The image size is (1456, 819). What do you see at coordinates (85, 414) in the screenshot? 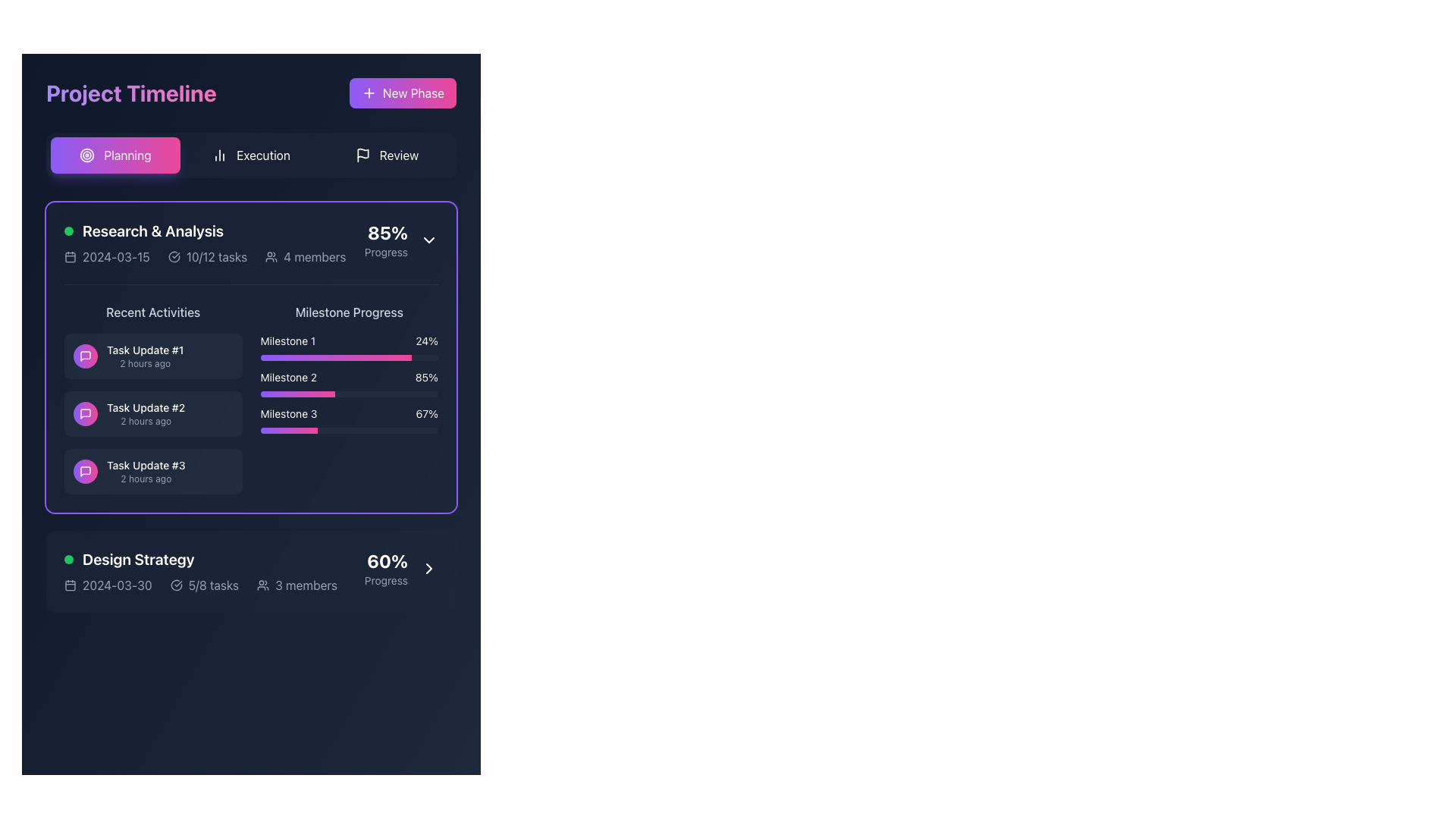
I see `the first icon in the 'Recent Activities' section, which represents messaging or discussions related to 'Task Update #1'` at bounding box center [85, 414].